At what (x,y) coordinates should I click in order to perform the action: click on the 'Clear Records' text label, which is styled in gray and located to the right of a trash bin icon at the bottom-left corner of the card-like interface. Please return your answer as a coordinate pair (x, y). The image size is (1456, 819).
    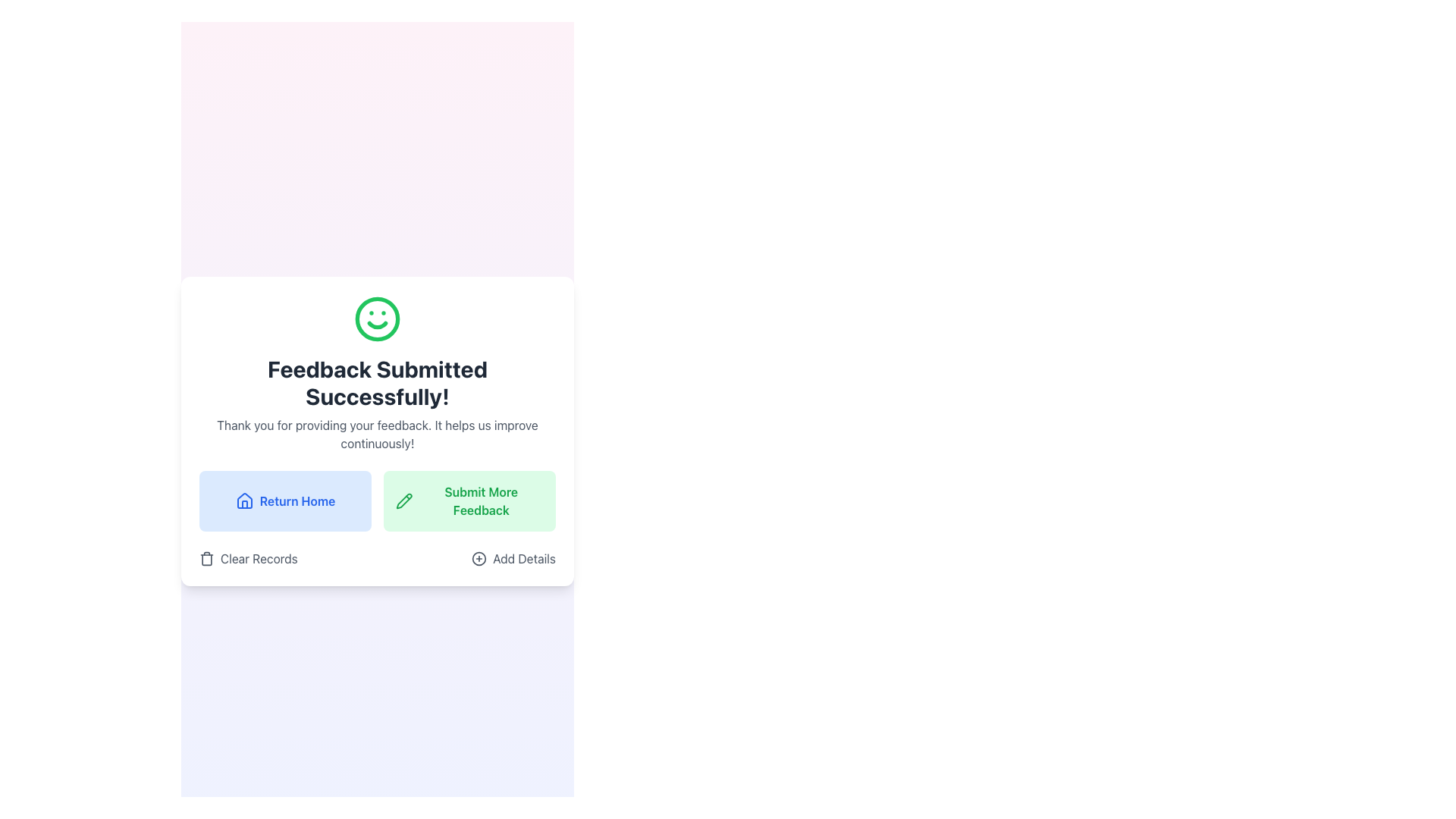
    Looking at the image, I should click on (259, 558).